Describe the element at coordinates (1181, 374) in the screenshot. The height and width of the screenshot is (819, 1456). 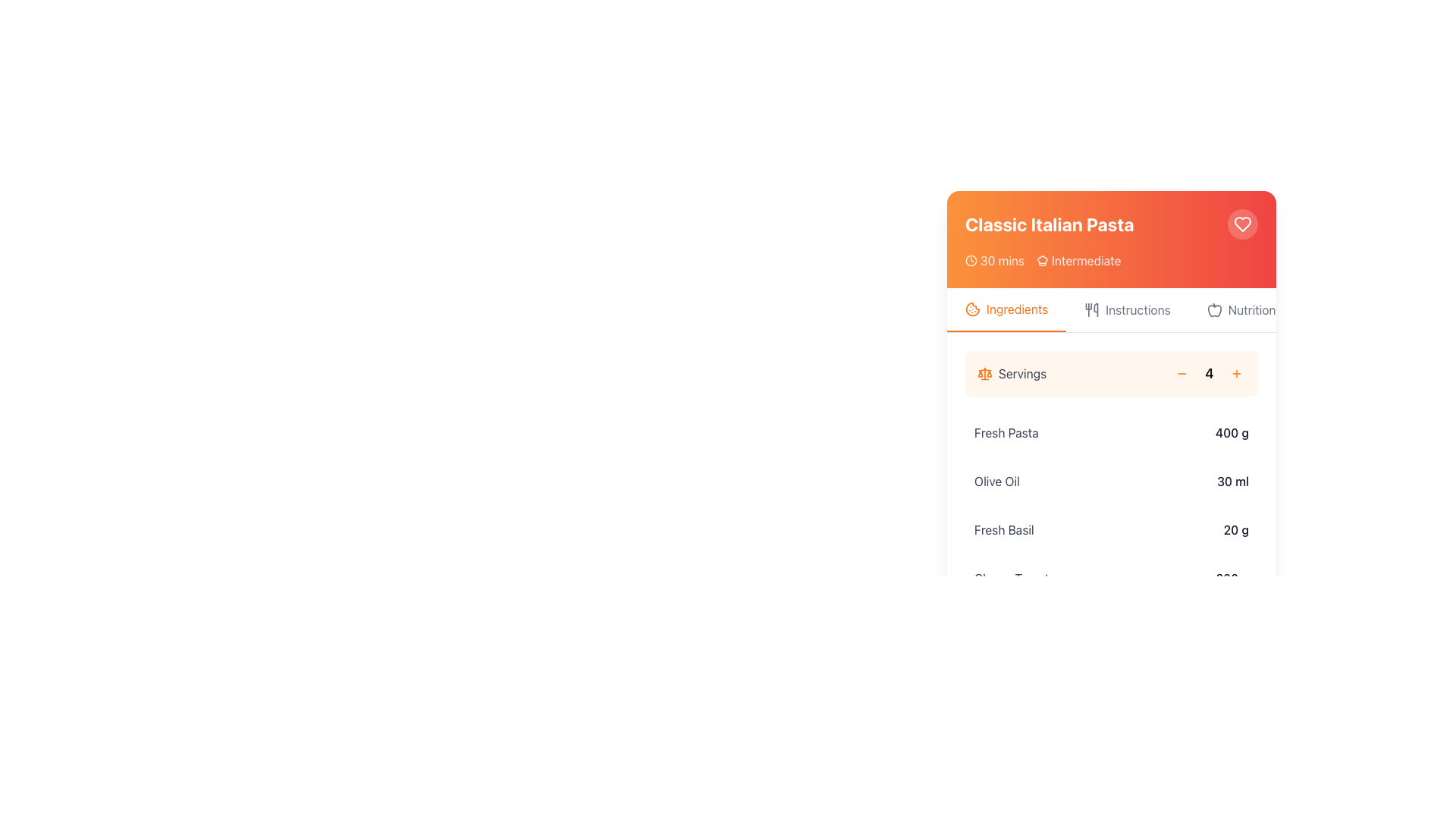
I see `the '-' button located in the 'Servings' section to decrease the displayed serving count` at that location.